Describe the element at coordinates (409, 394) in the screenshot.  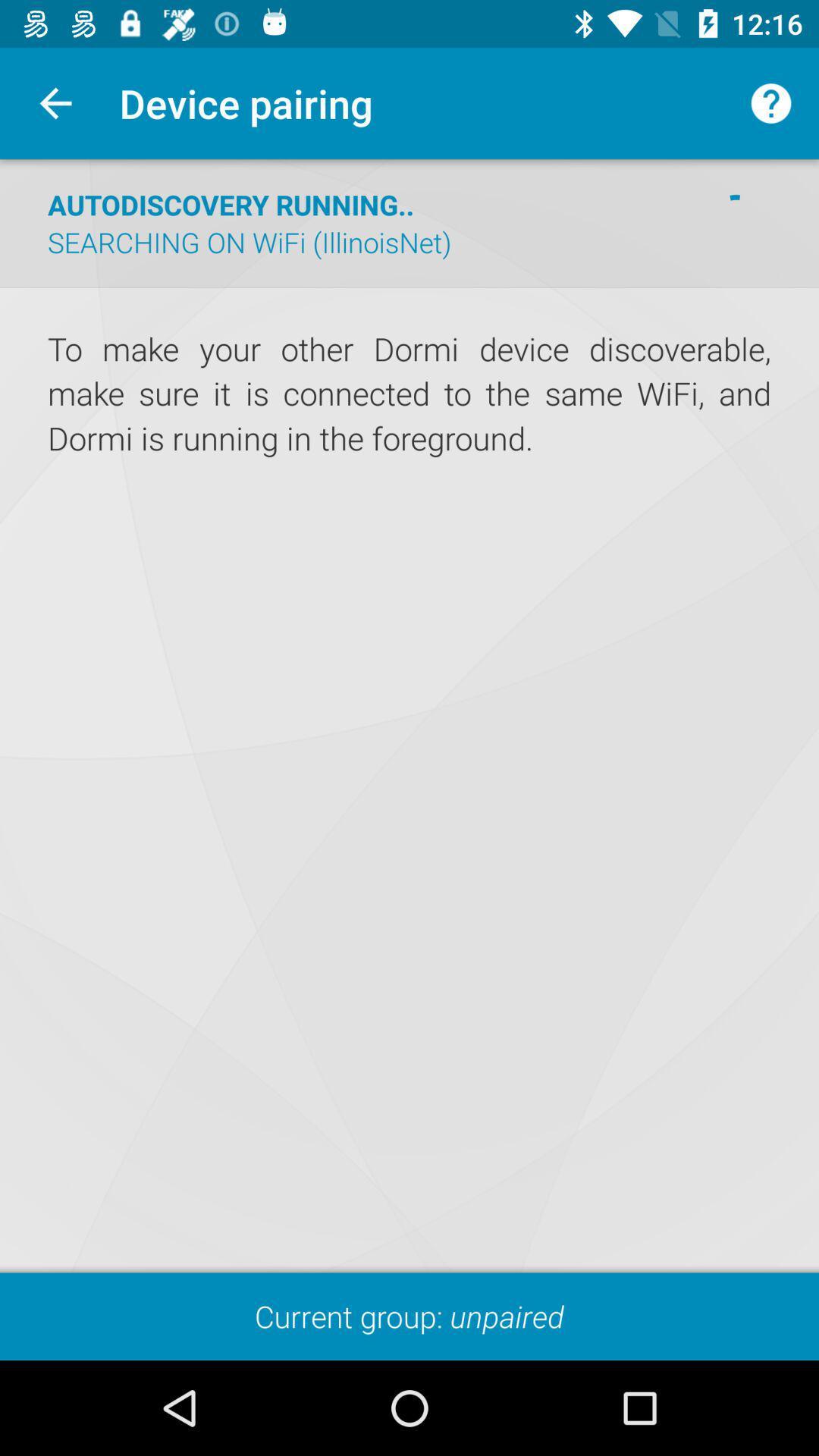
I see `the to make your` at that location.